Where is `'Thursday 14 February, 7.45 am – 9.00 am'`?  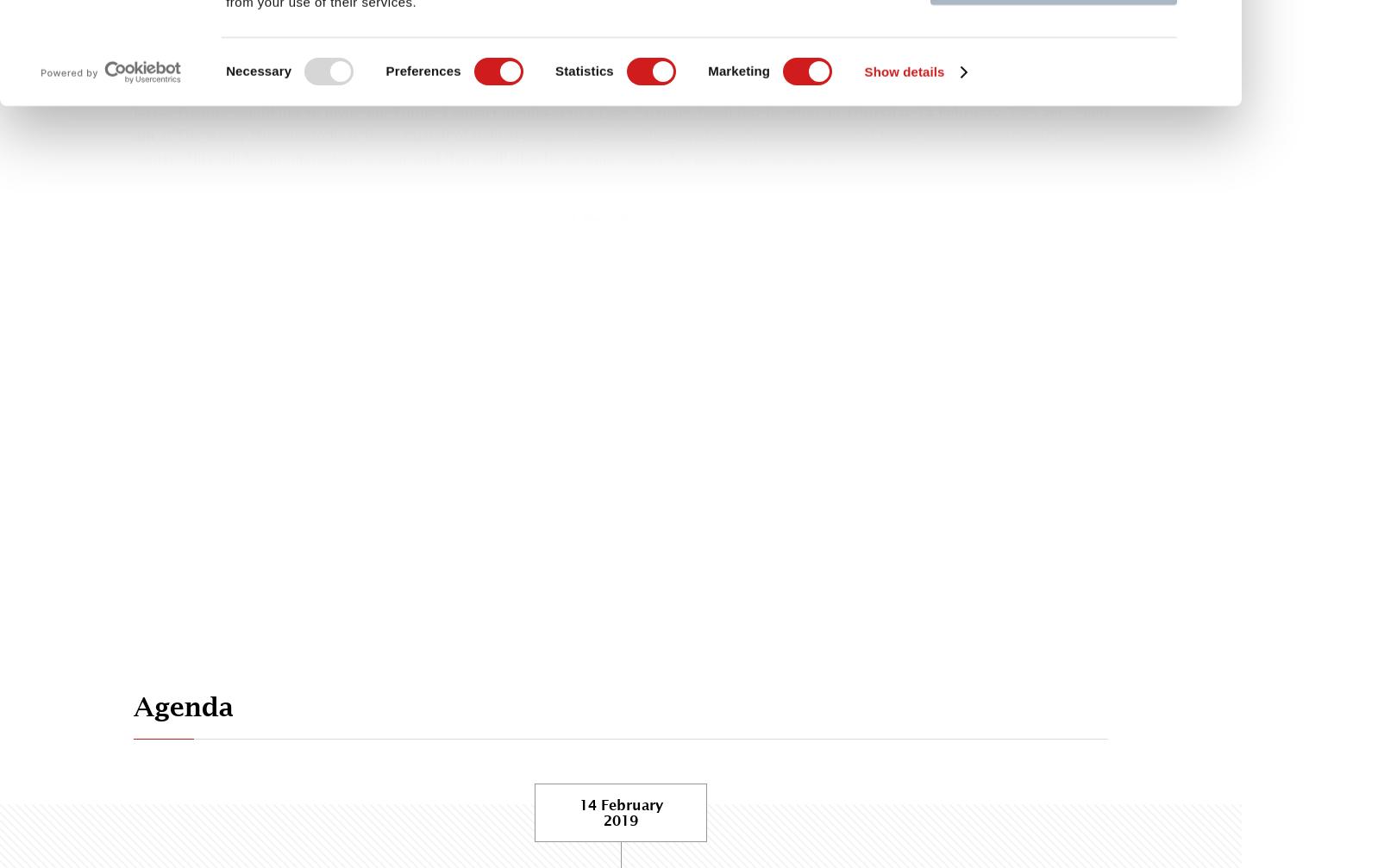
'Thursday 14 February, 7.45 am – 9.00 am' is located at coordinates (620, 124).